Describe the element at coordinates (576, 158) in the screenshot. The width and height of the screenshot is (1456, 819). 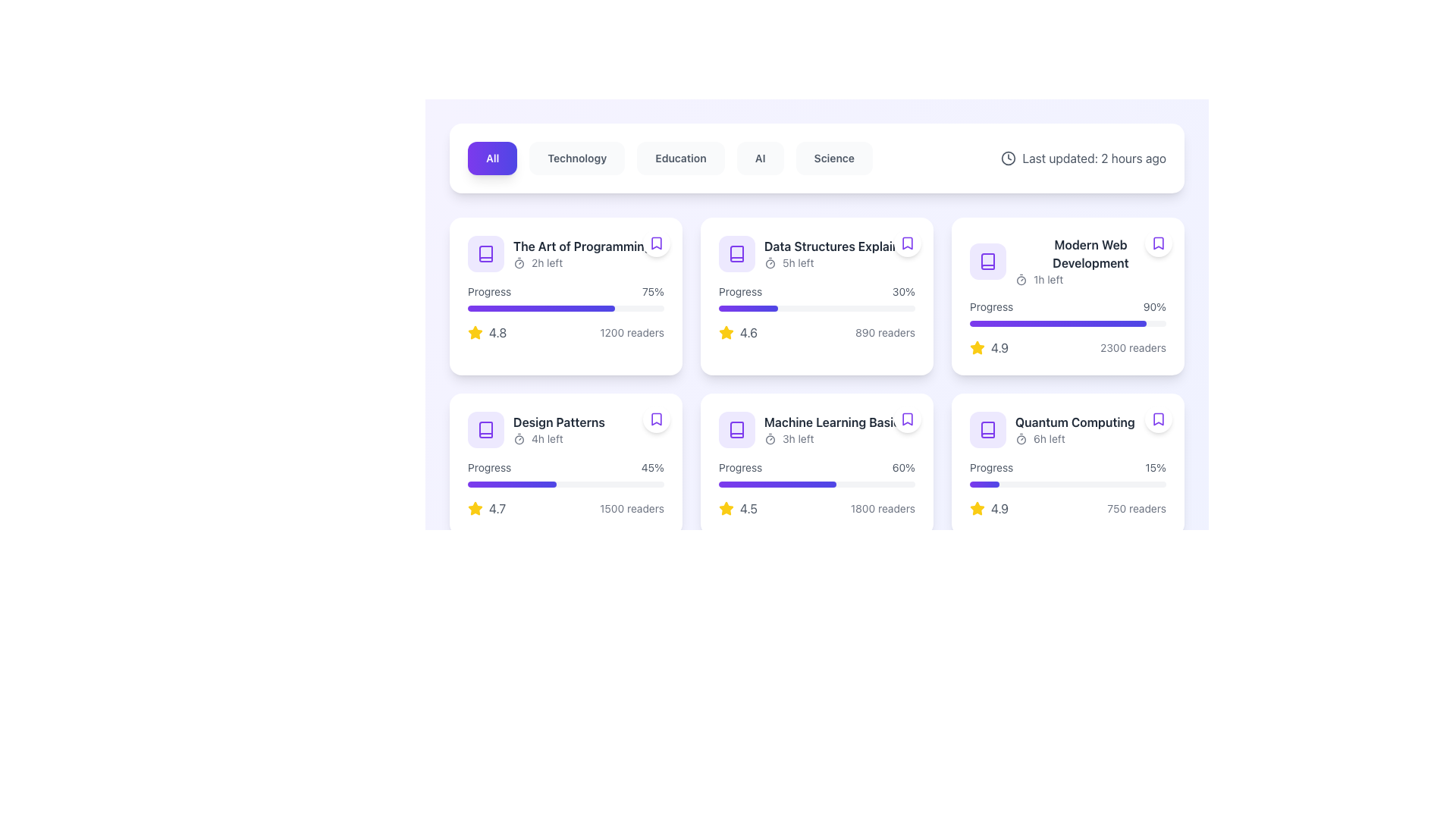
I see `the Technology filter button, which is the second button in a horizontal list of buttons that includes 'All' and 'Education'` at that location.